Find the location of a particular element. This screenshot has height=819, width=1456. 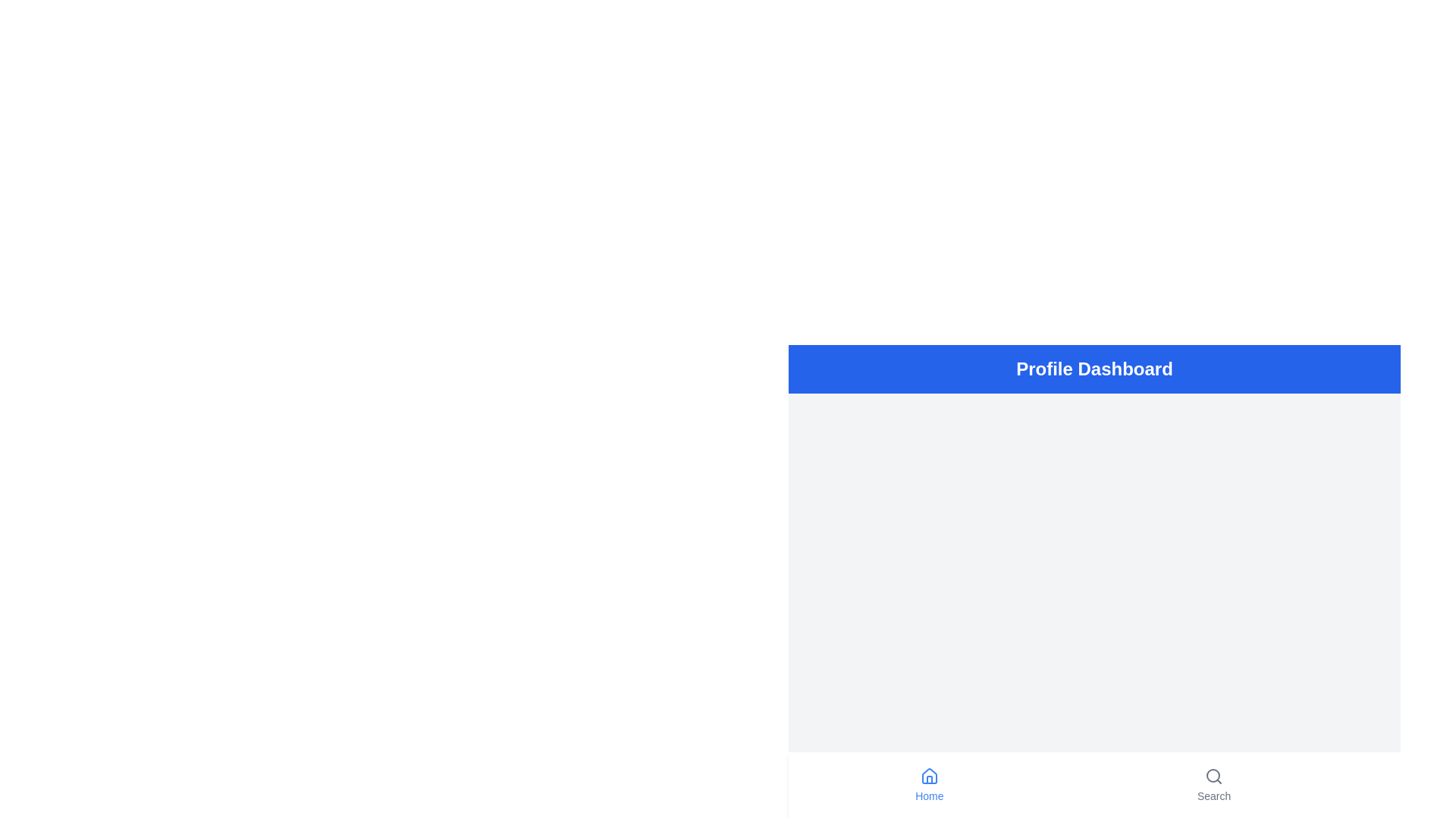

the search icon located in the bottom navigation bar is located at coordinates (1214, 776).